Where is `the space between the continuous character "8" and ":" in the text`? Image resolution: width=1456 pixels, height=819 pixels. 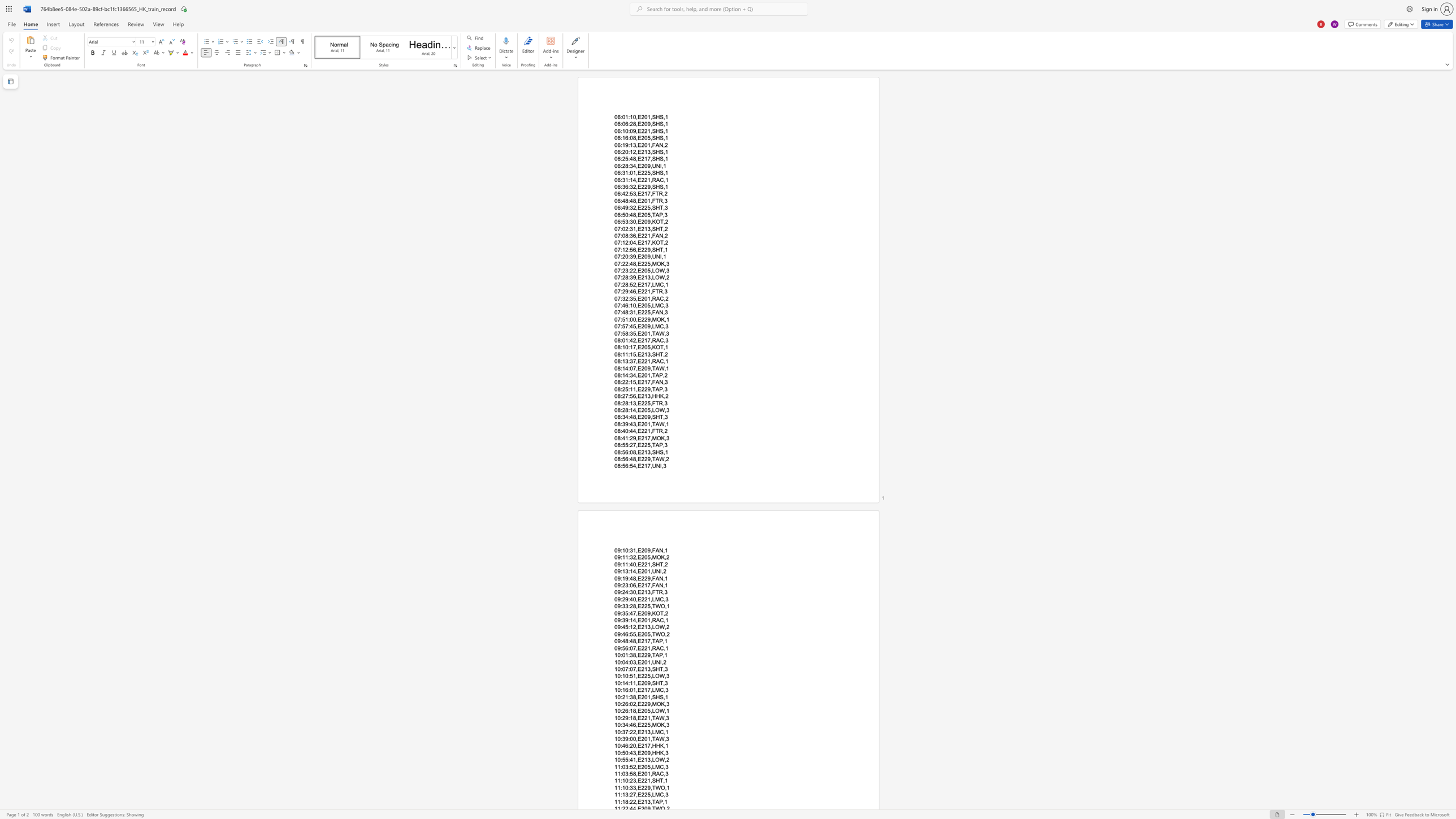
the space between the continuous character "8" and ":" in the text is located at coordinates (619, 389).